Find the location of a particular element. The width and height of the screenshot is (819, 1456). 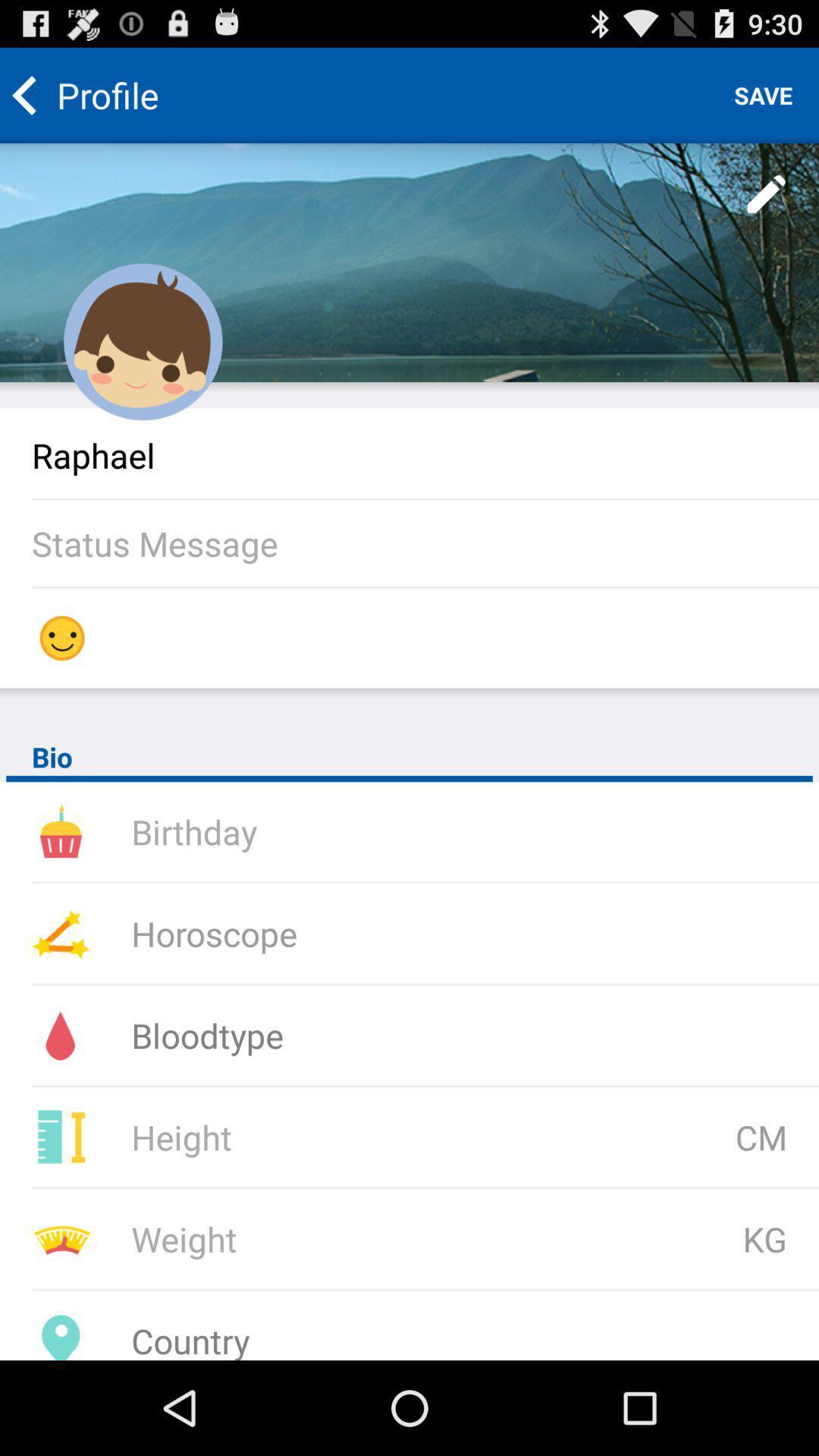

type your birthday is located at coordinates (332, 830).